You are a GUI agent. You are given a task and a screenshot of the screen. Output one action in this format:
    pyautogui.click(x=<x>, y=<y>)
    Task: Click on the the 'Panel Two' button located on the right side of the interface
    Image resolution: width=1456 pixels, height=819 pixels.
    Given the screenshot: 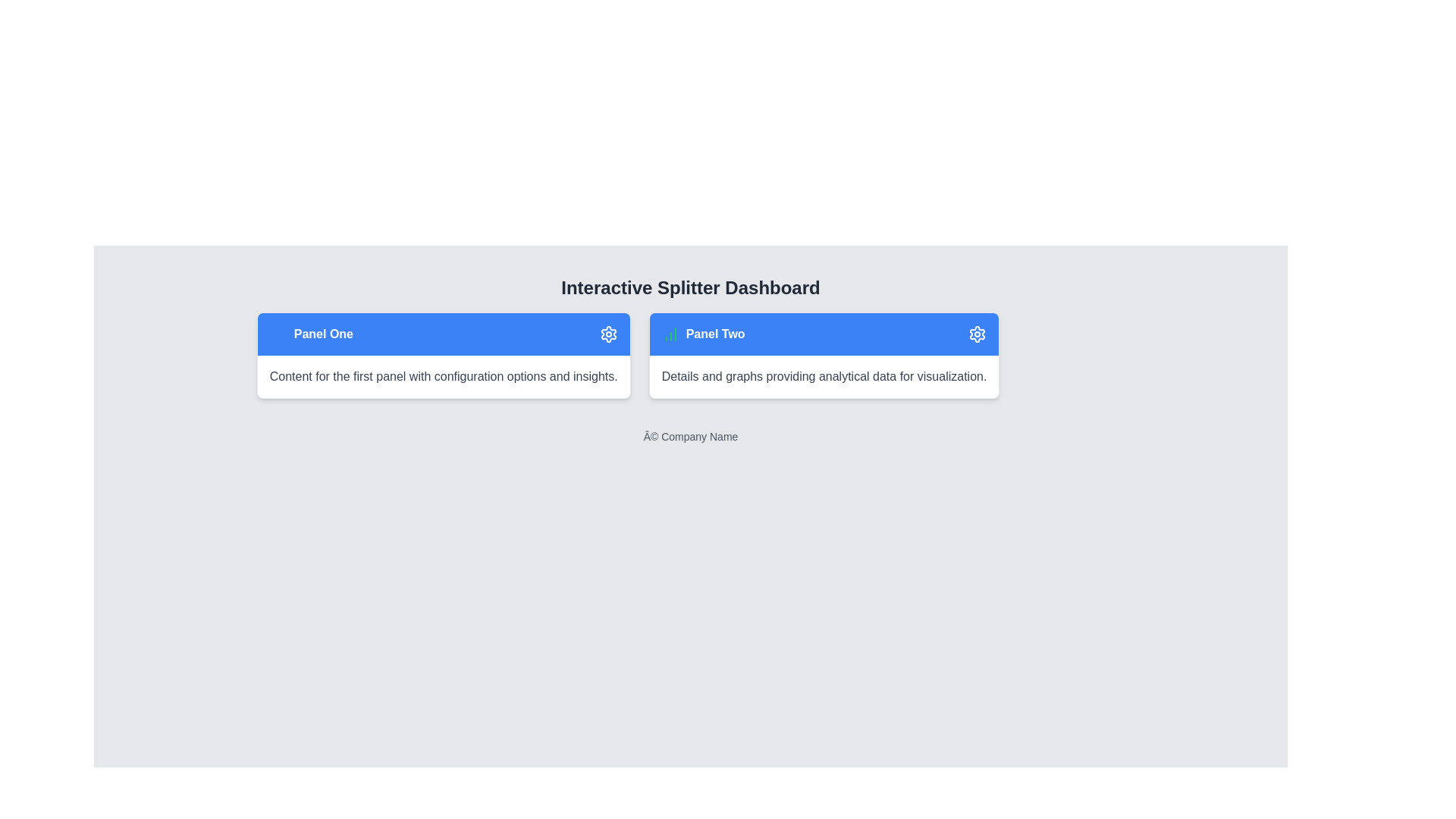 What is the action you would take?
    pyautogui.click(x=824, y=333)
    